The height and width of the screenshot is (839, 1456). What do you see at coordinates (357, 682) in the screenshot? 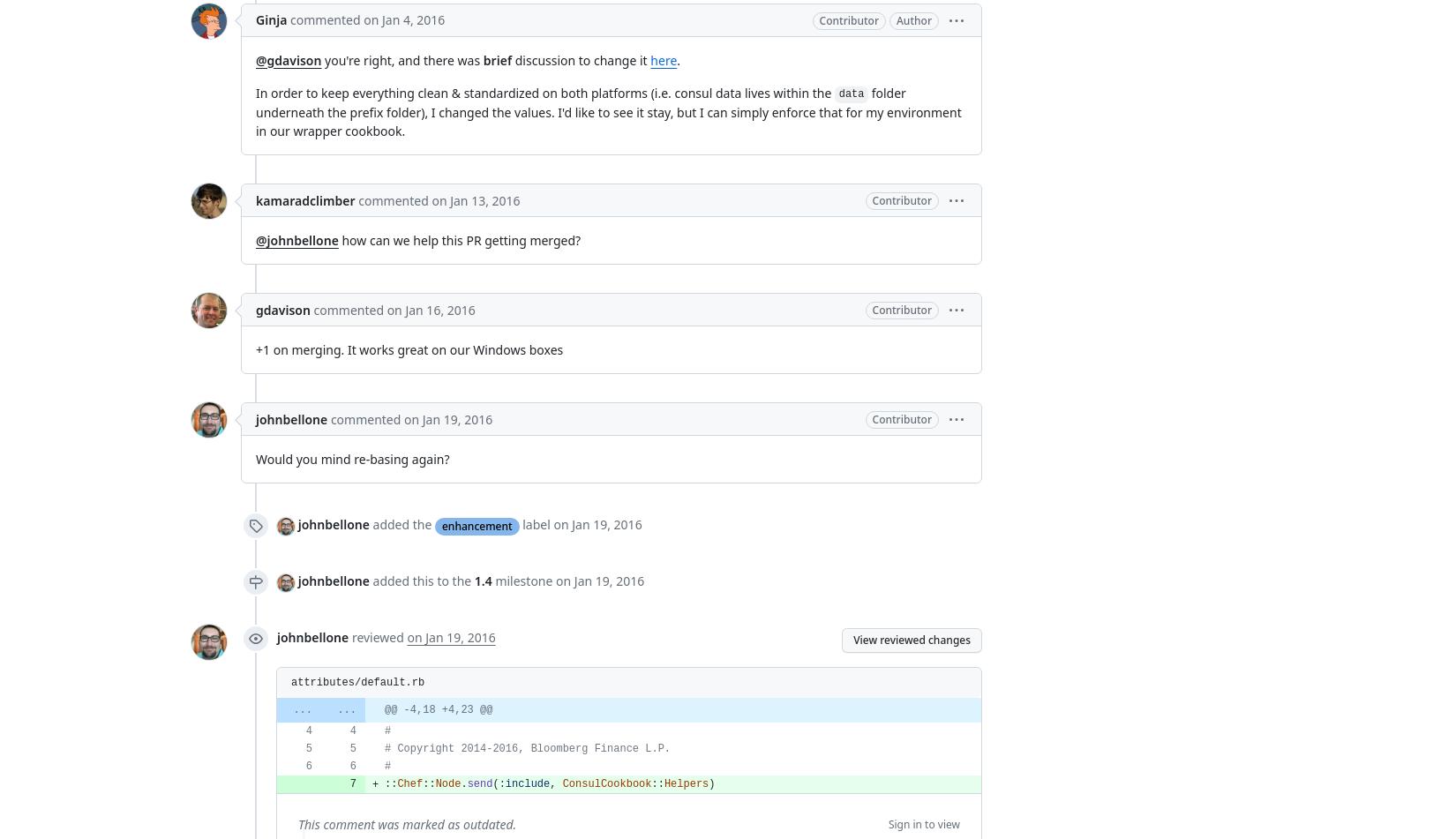
I see `'attributes/default.rb'` at bounding box center [357, 682].